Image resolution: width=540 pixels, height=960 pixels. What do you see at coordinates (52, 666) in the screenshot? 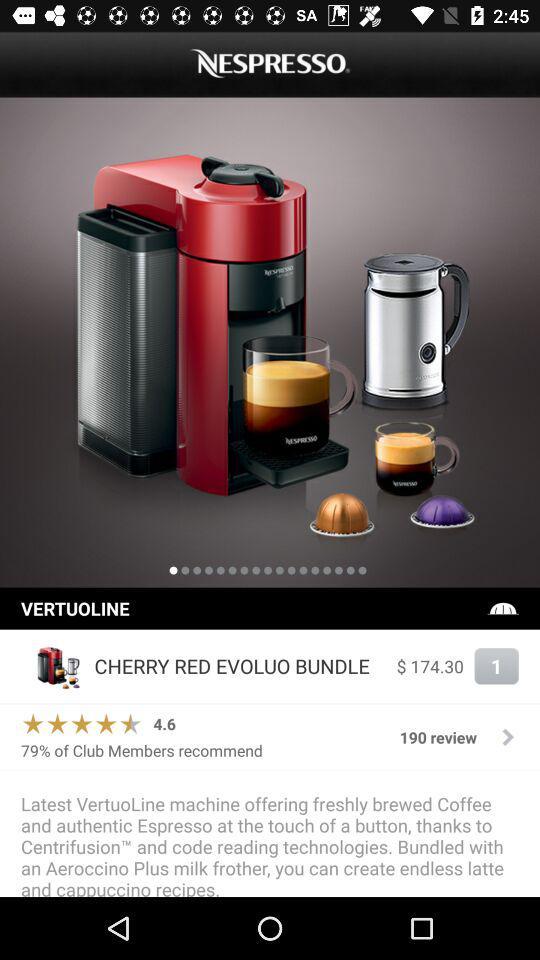
I see `the item next to the cherry red evoluo icon` at bounding box center [52, 666].